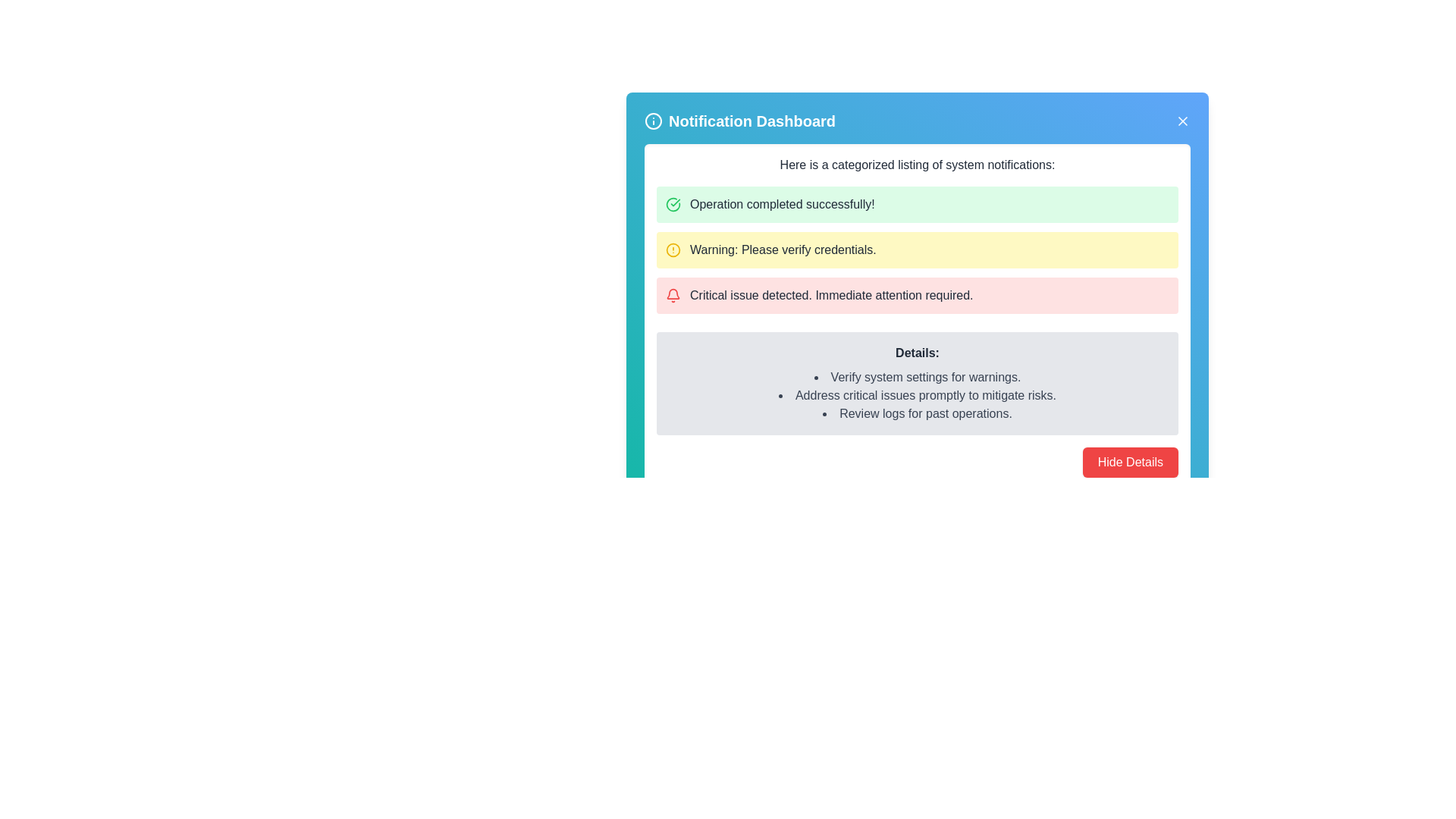 Image resolution: width=1456 pixels, height=819 pixels. I want to click on the warning notification text label in the Notification Dashboard that prompts verification of credentials, located between a green success notification and a red critical error notification, so click(783, 249).